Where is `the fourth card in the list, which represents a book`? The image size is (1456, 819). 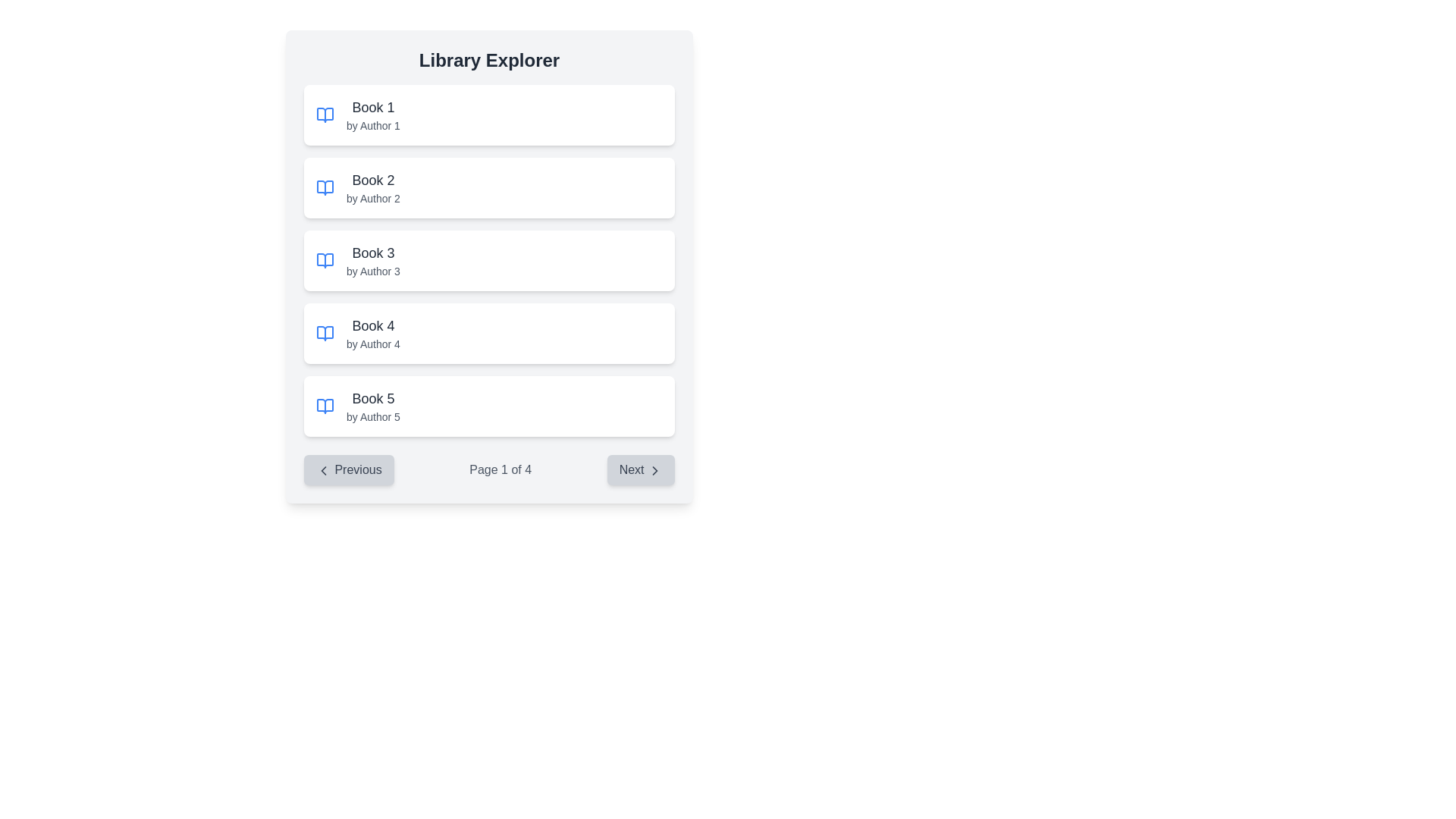
the fourth card in the list, which represents a book is located at coordinates (489, 332).